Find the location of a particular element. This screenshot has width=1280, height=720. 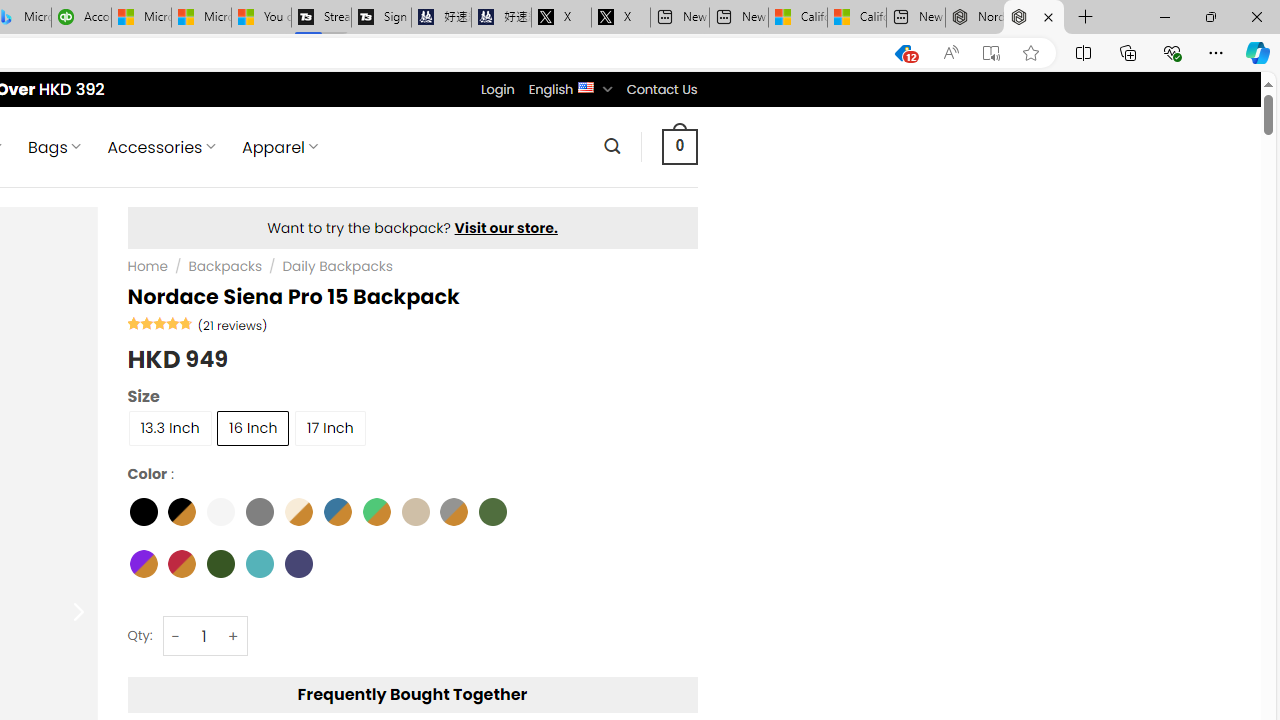

'-' is located at coordinates (176, 636).